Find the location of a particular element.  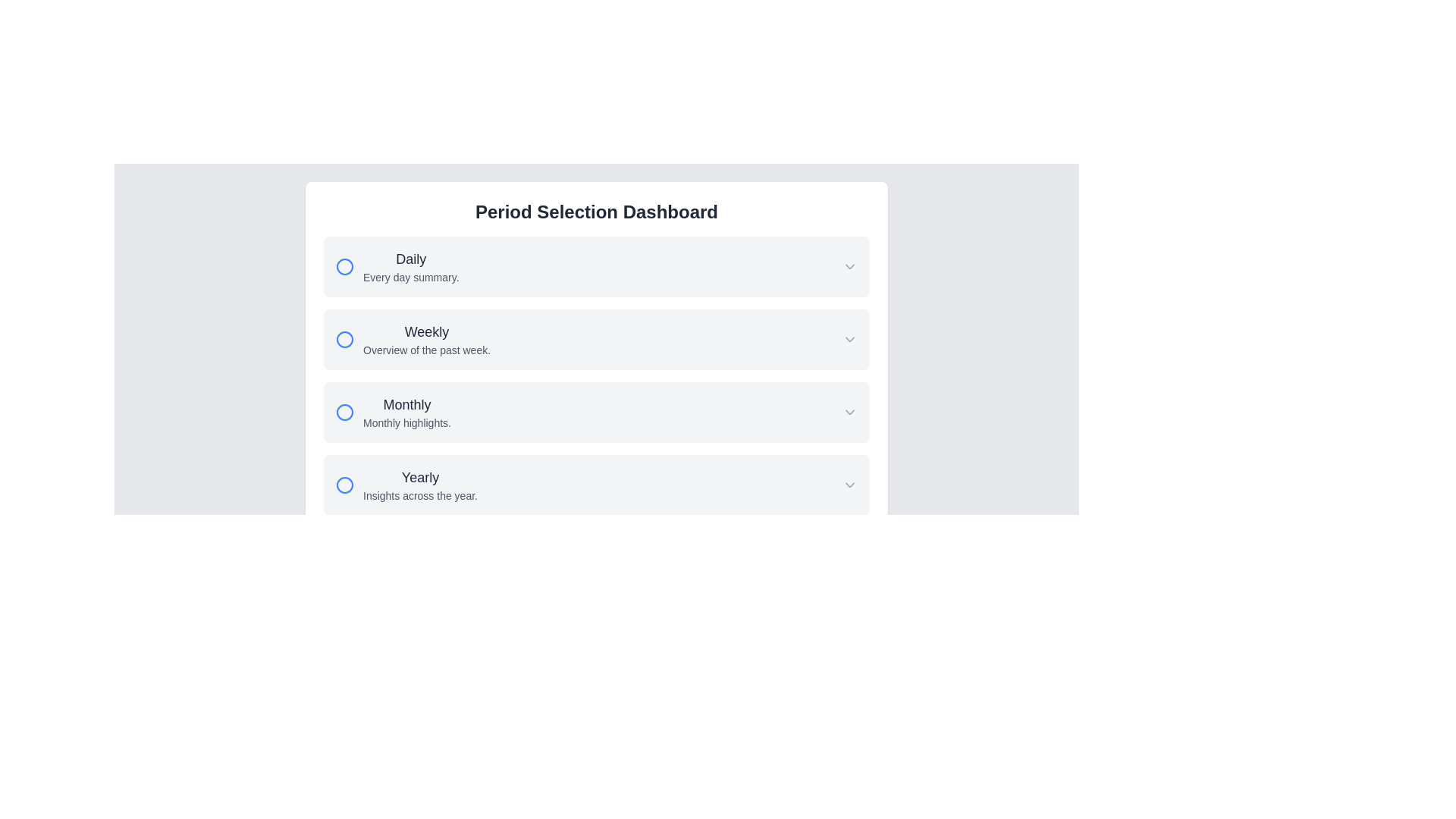

the text label indicating the yearly period option, which is located above the descriptive text 'Insights across the year' in the fourth section of the period selection options is located at coordinates (420, 476).